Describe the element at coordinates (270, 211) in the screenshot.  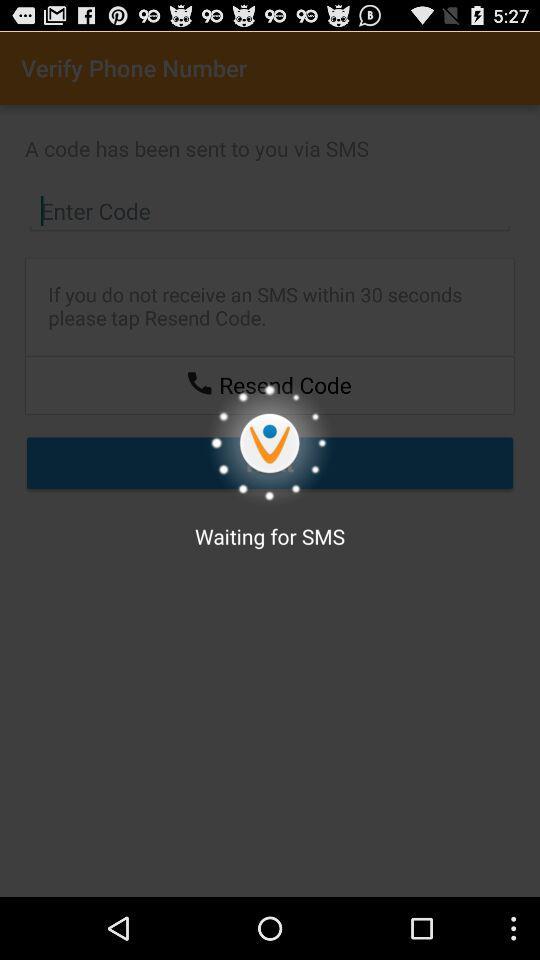
I see `code option` at that location.